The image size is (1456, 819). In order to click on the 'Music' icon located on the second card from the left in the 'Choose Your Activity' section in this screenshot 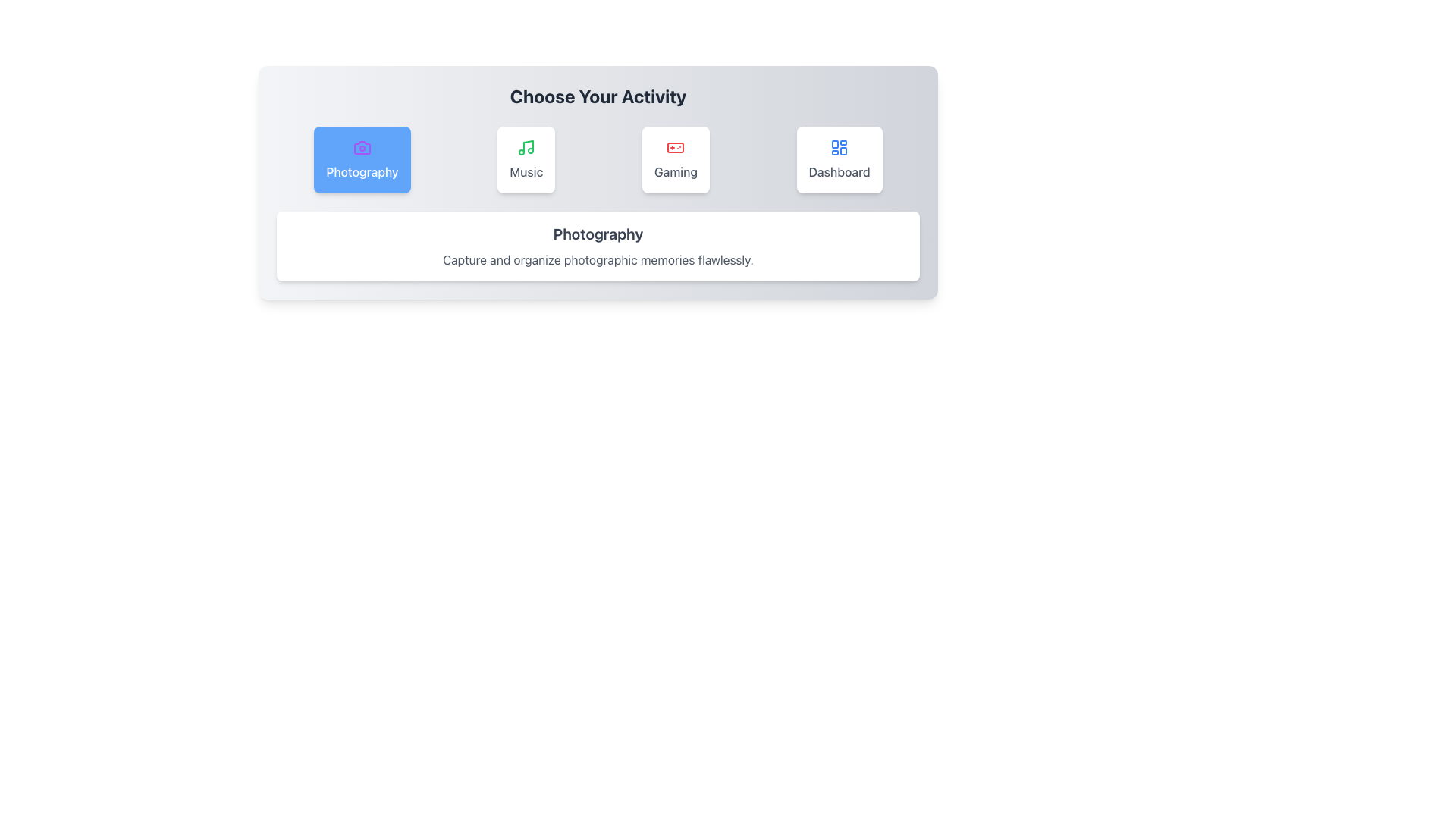, I will do `click(526, 148)`.